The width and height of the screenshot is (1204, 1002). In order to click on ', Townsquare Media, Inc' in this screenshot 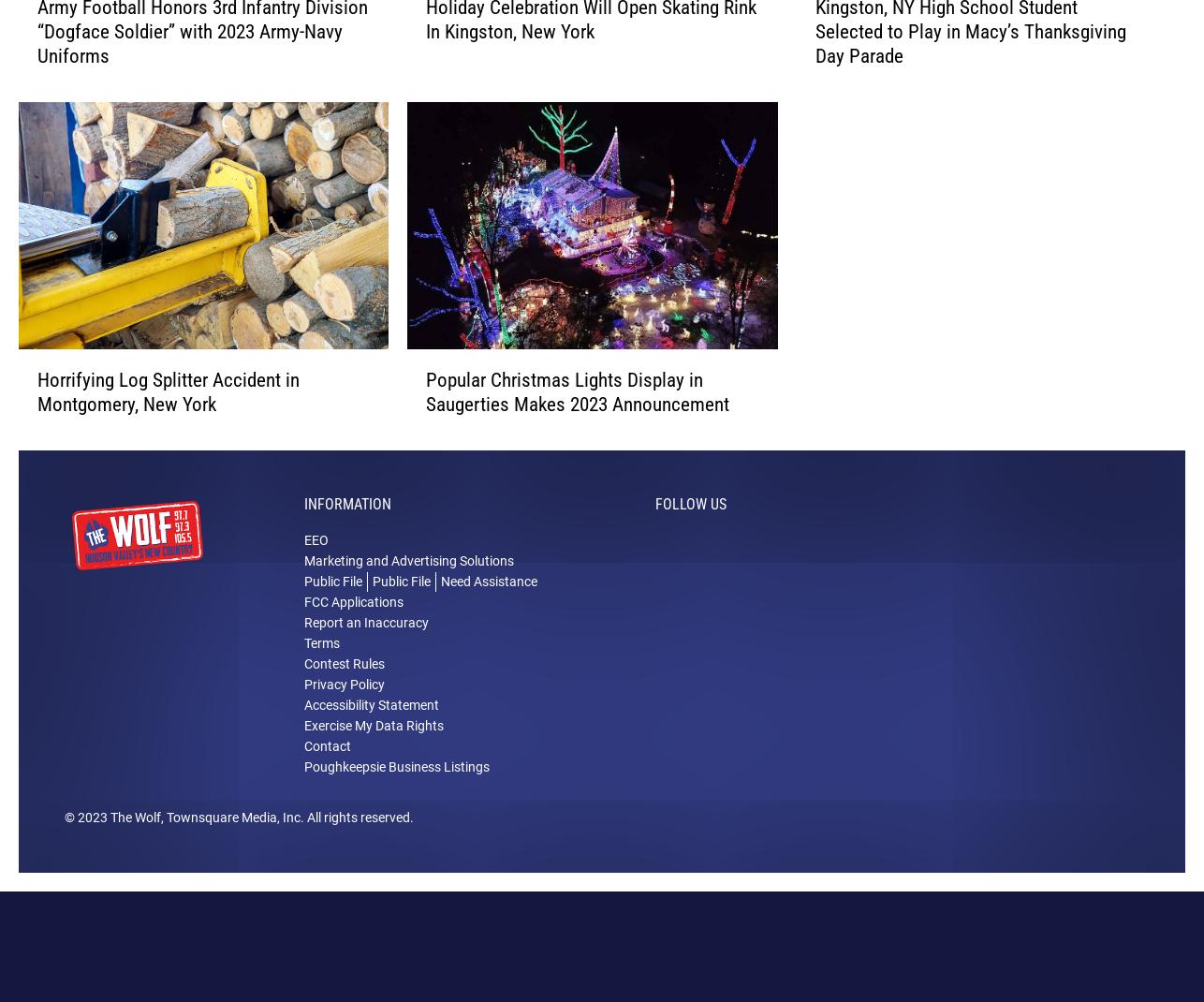, I will do `click(230, 846)`.